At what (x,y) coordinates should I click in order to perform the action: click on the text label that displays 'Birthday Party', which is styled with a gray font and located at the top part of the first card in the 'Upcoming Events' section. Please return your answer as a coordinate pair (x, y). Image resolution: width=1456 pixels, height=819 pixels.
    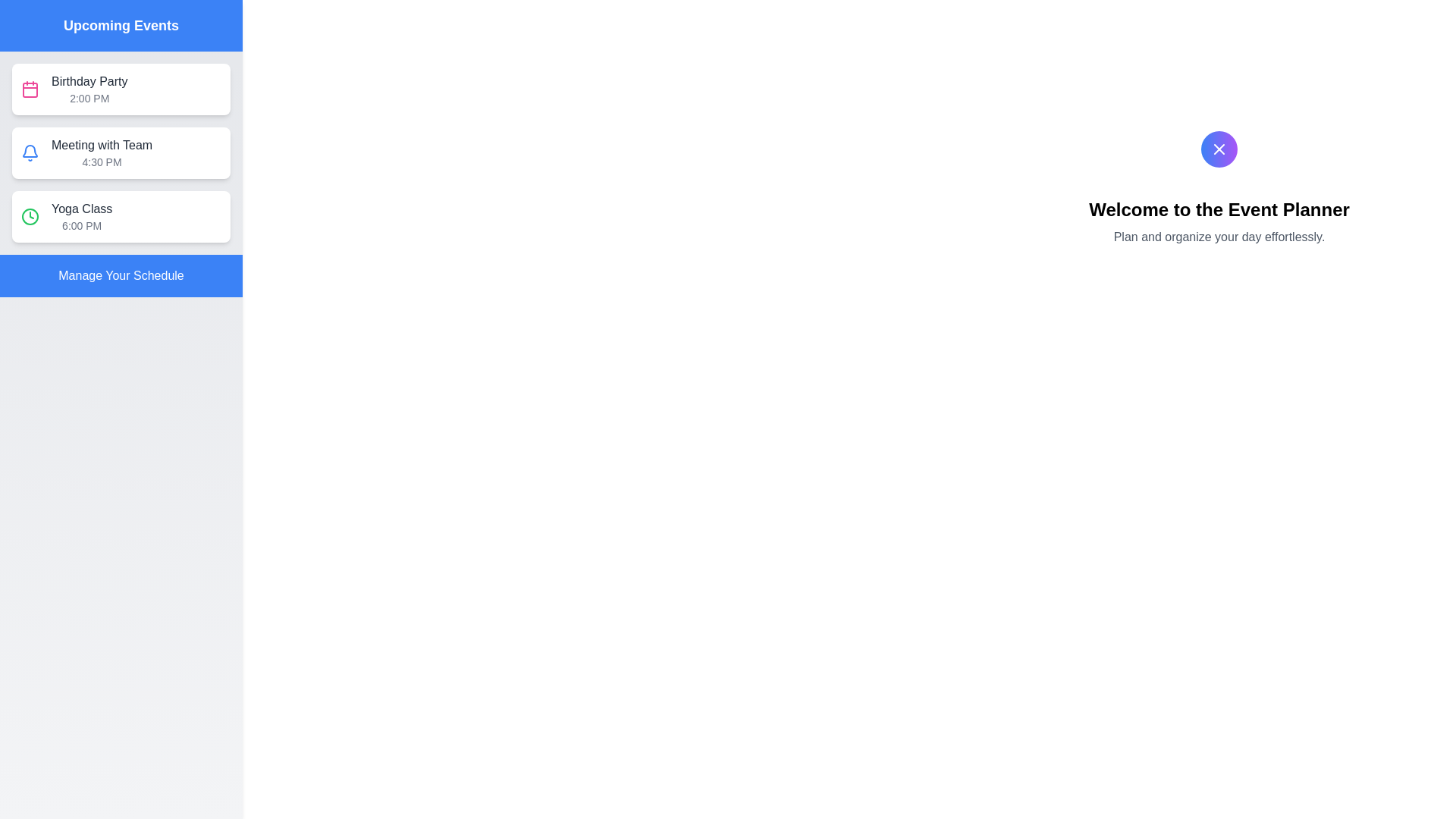
    Looking at the image, I should click on (89, 82).